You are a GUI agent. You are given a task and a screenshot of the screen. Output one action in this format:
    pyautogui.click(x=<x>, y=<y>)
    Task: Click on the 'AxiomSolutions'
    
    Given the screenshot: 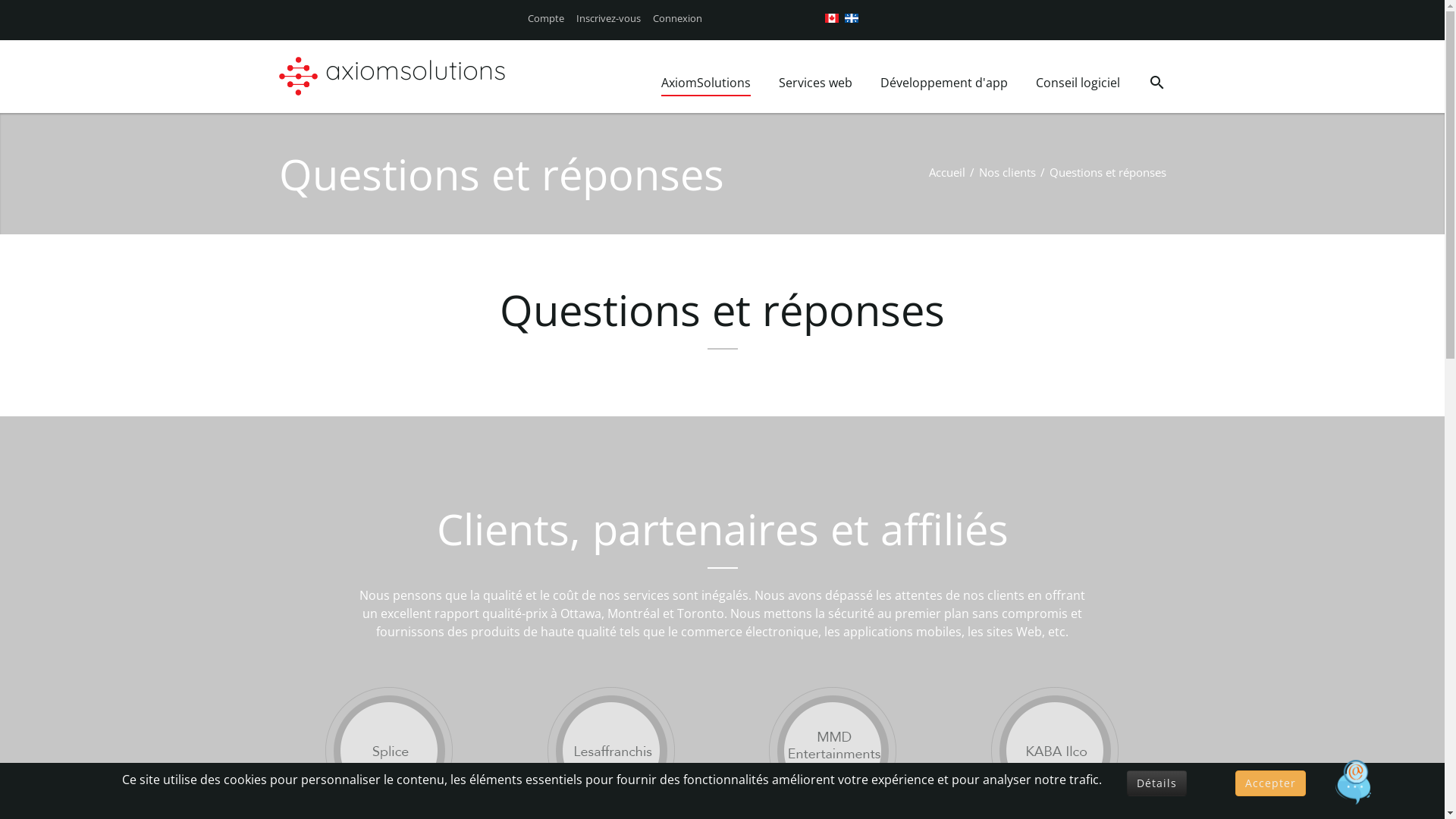 What is the action you would take?
    pyautogui.click(x=705, y=84)
    